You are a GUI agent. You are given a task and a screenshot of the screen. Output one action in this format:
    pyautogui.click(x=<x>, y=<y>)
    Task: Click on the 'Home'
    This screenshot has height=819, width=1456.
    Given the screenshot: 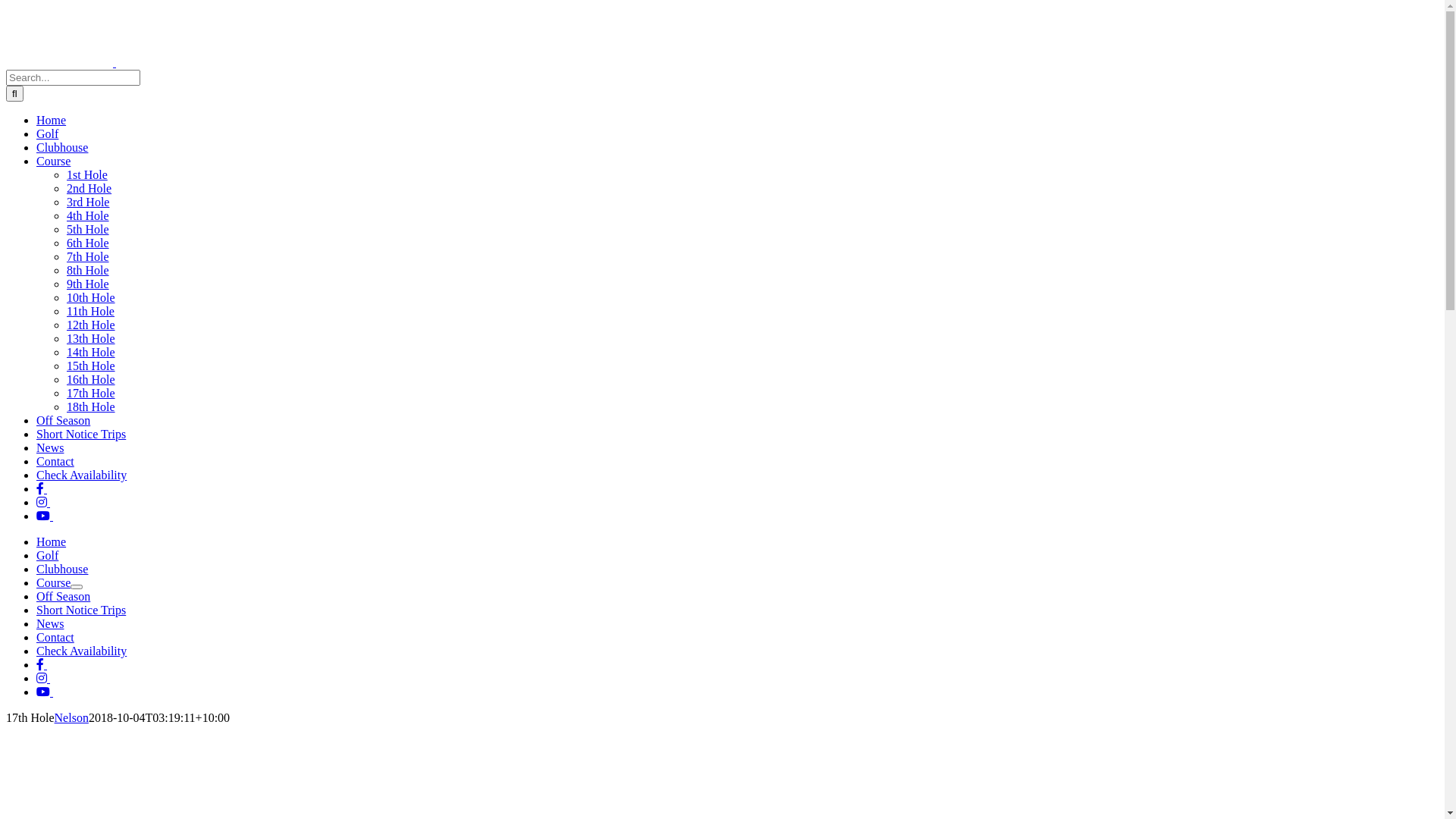 What is the action you would take?
    pyautogui.click(x=51, y=119)
    